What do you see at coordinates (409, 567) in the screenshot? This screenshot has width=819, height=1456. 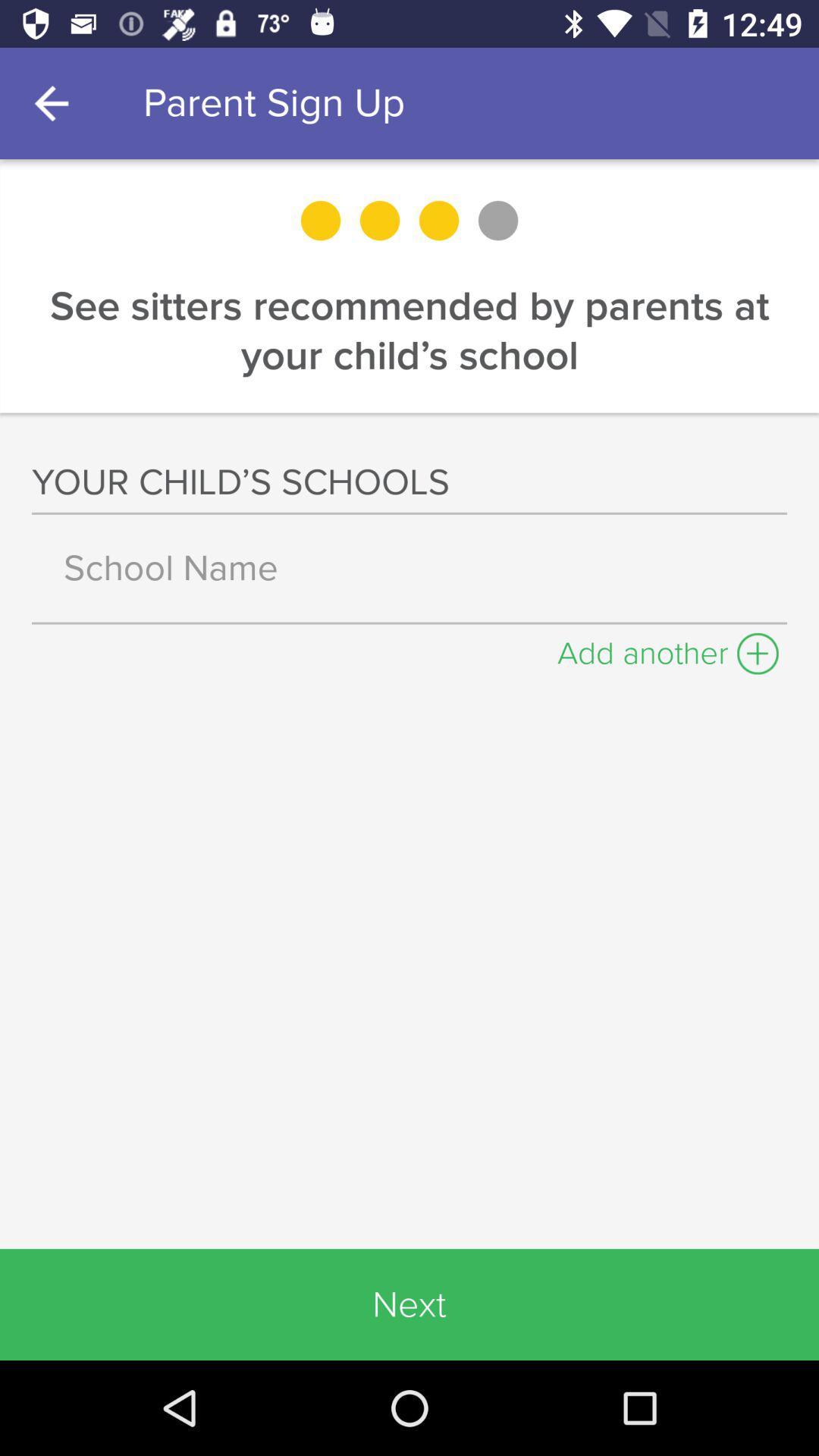 I see `text` at bounding box center [409, 567].